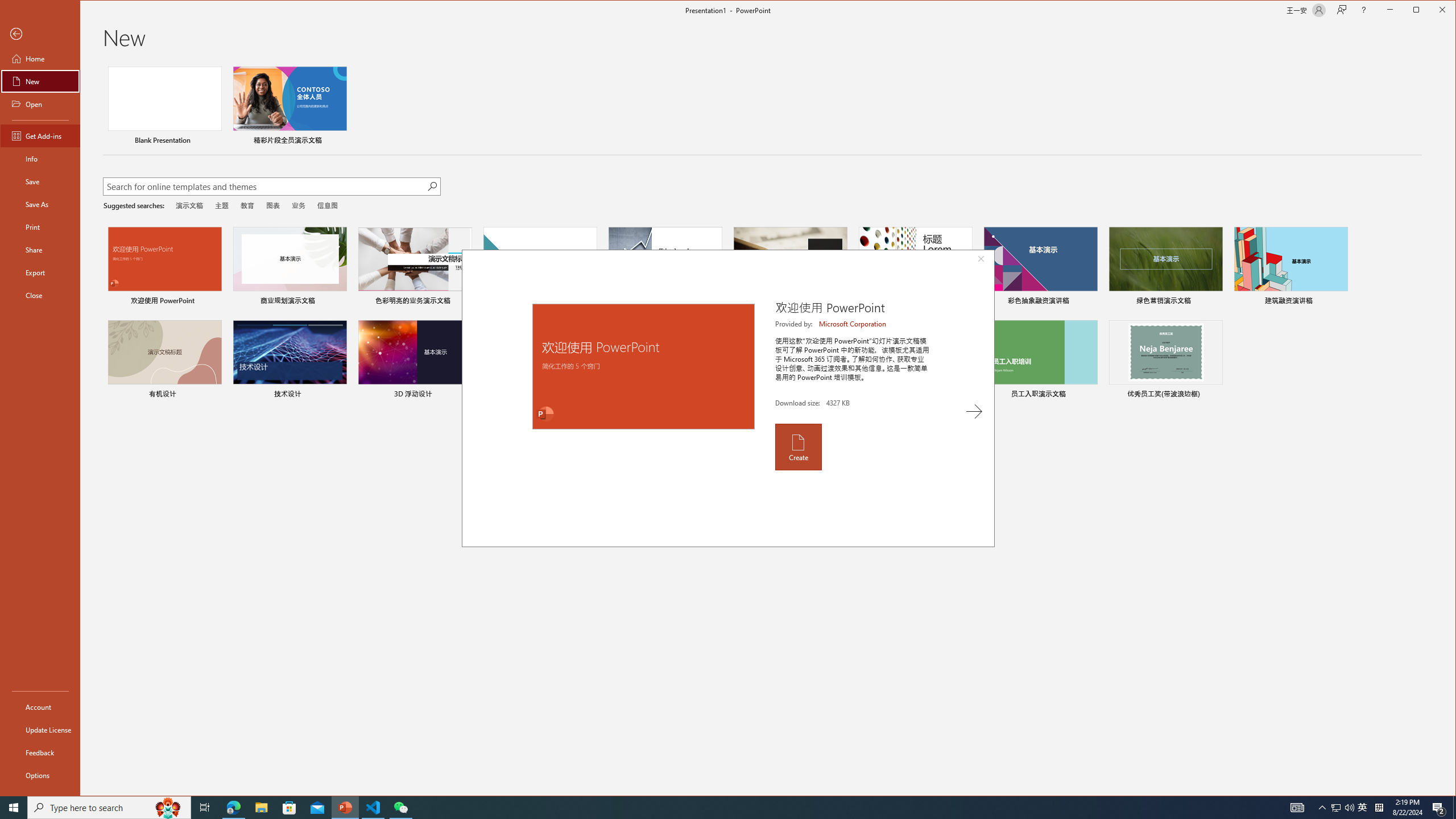 The width and height of the screenshot is (1456, 819). I want to click on 'Search highlights icon opens search home window', so click(167, 806).